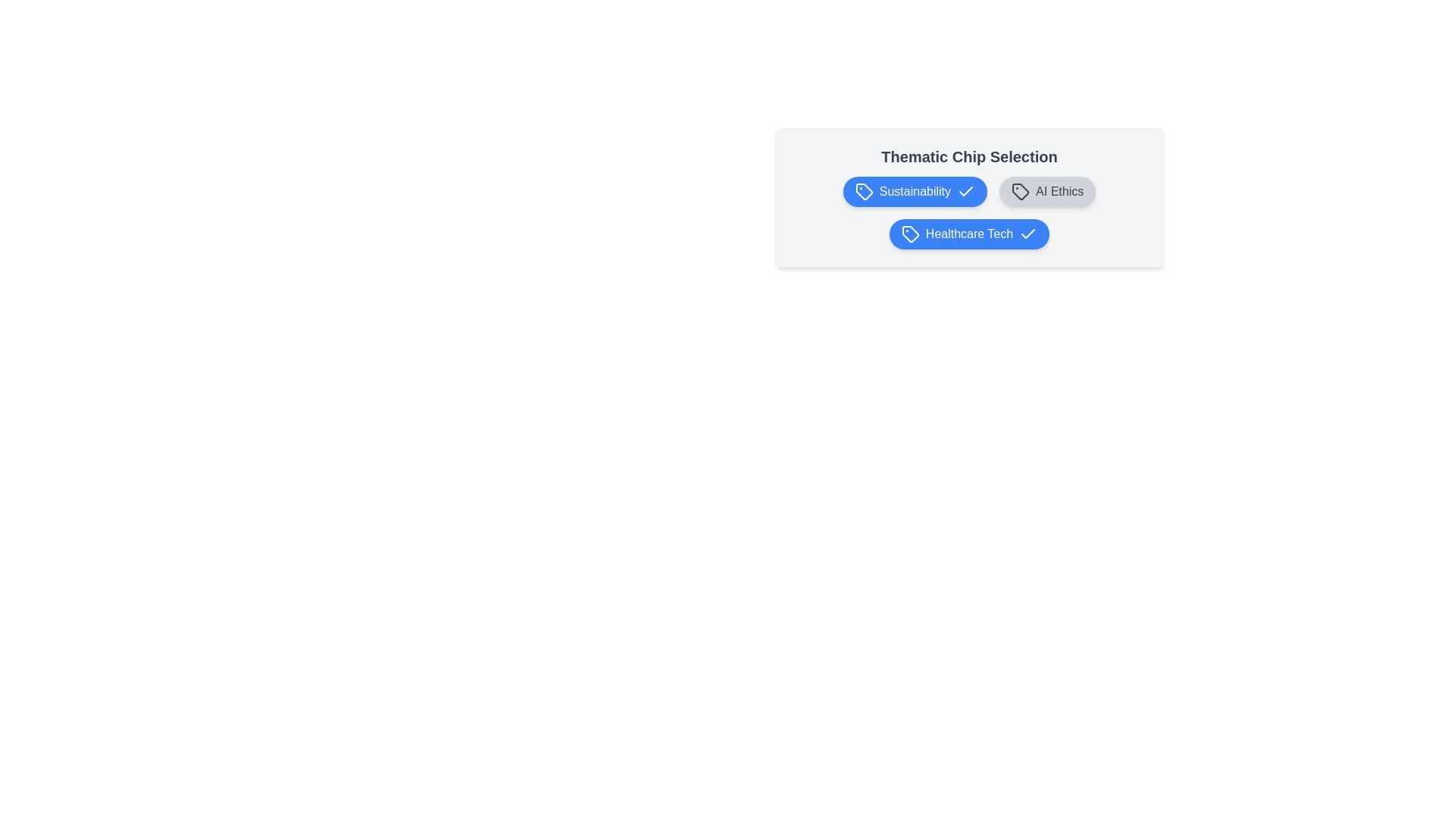 The width and height of the screenshot is (1456, 819). I want to click on the chip labeled Healthcare Tech, so click(968, 234).